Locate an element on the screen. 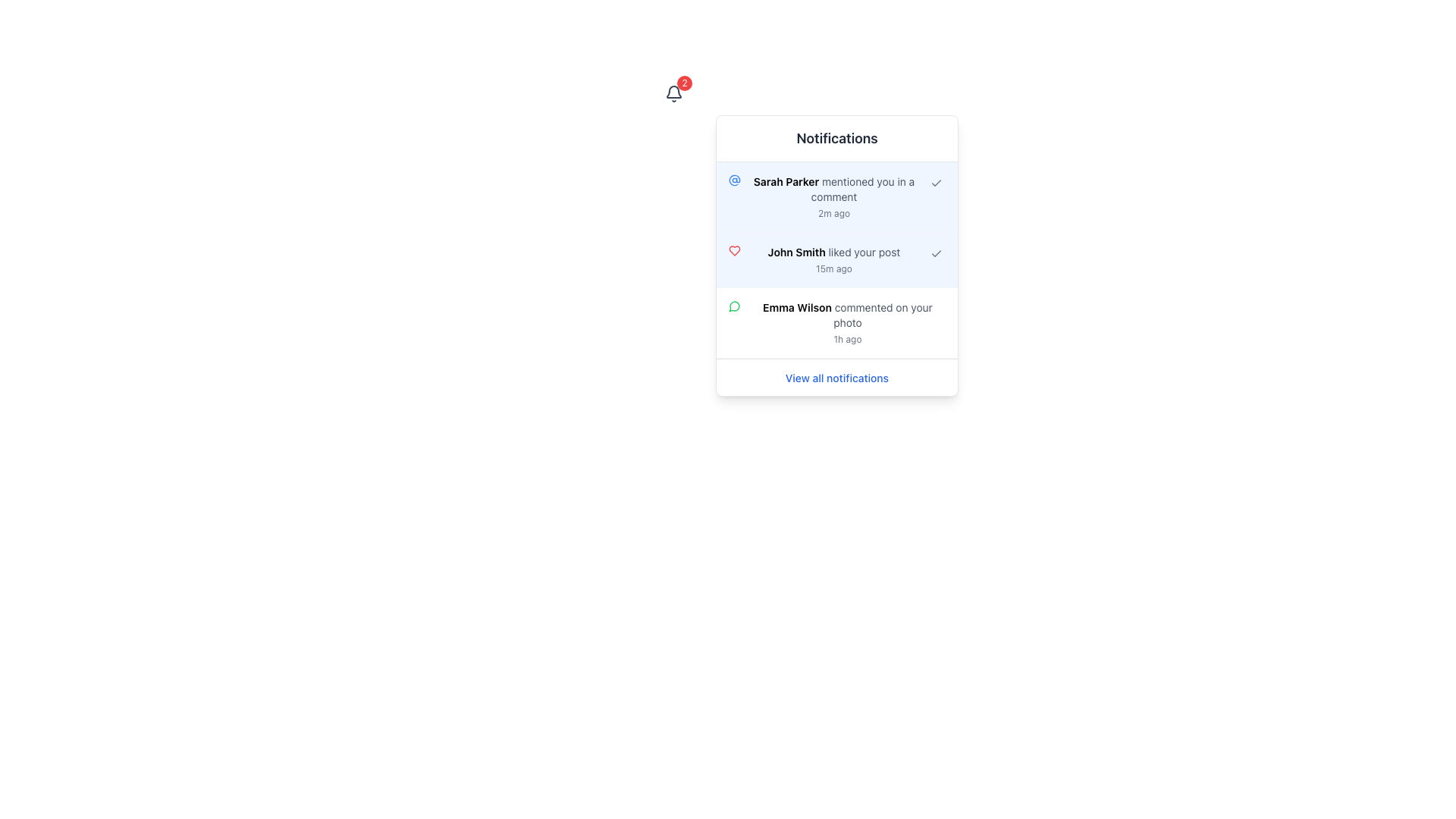 The width and height of the screenshot is (1456, 819). the hyperlink located at the bottom of the notification panel, below the light grey horizontal divider is located at coordinates (836, 377).